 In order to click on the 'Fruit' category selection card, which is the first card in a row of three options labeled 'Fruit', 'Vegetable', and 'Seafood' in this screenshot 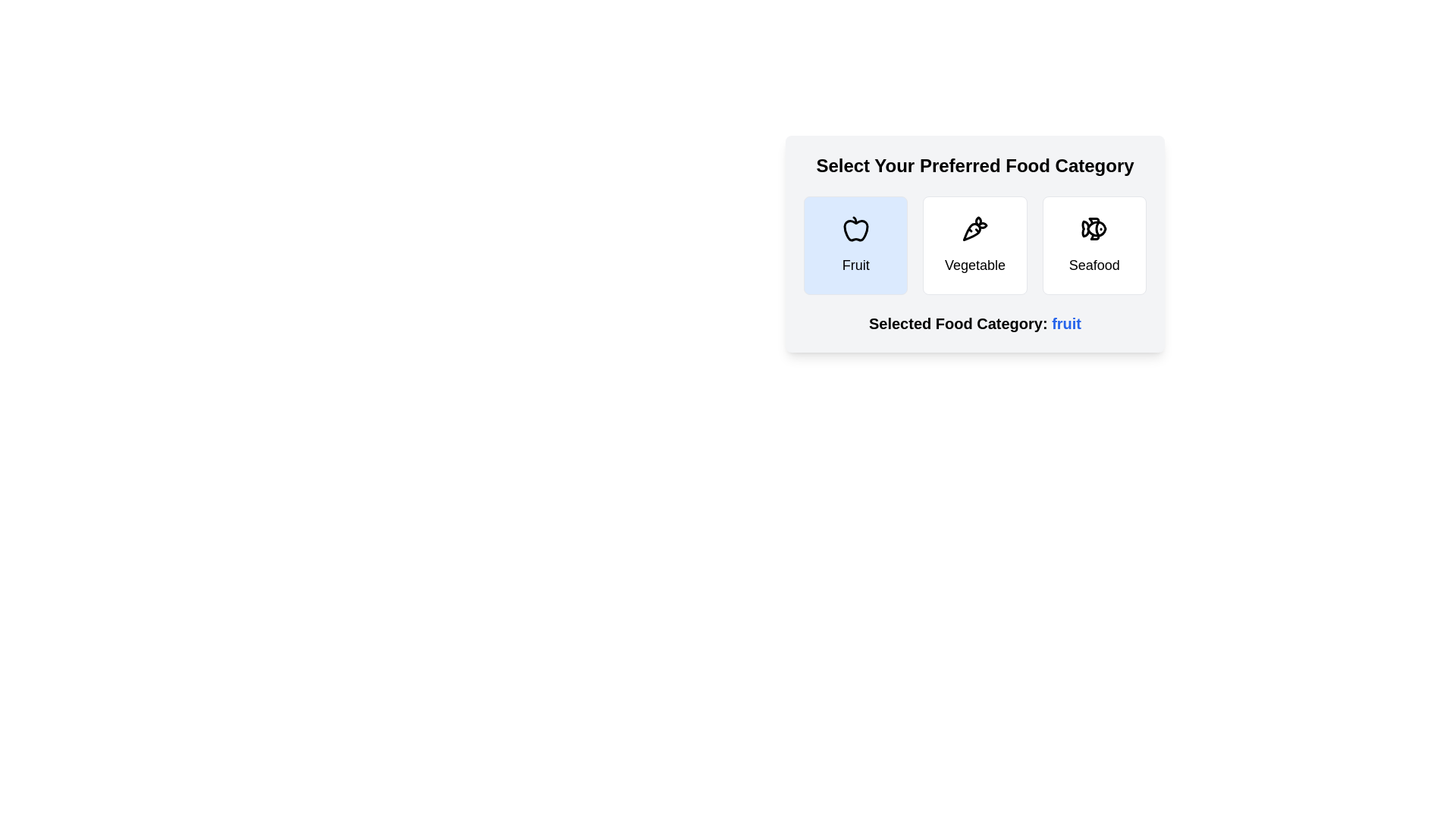, I will do `click(855, 245)`.